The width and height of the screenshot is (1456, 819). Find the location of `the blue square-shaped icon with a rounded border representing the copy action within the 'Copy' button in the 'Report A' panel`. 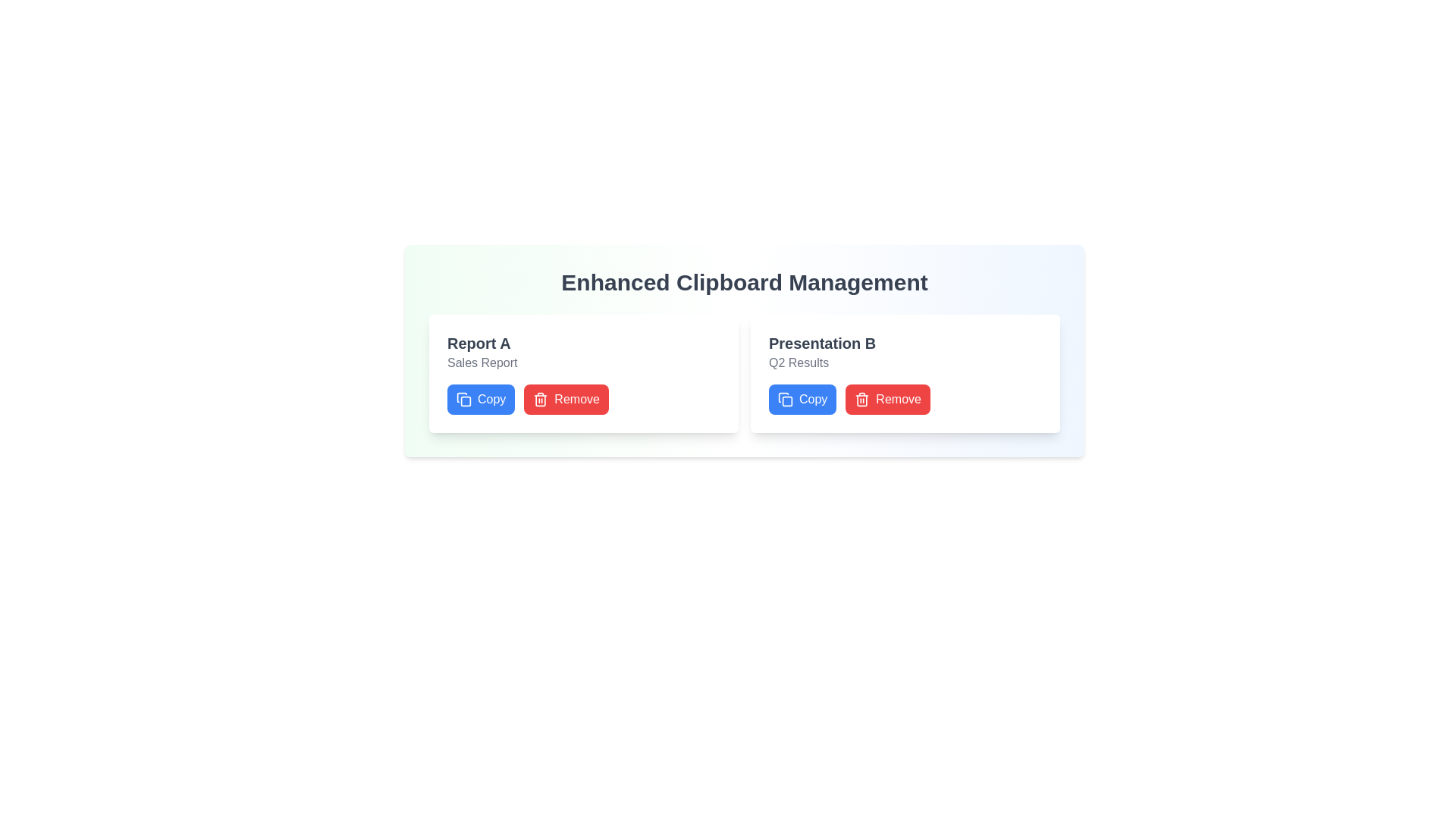

the blue square-shaped icon with a rounded border representing the copy action within the 'Copy' button in the 'Report A' panel is located at coordinates (465, 400).